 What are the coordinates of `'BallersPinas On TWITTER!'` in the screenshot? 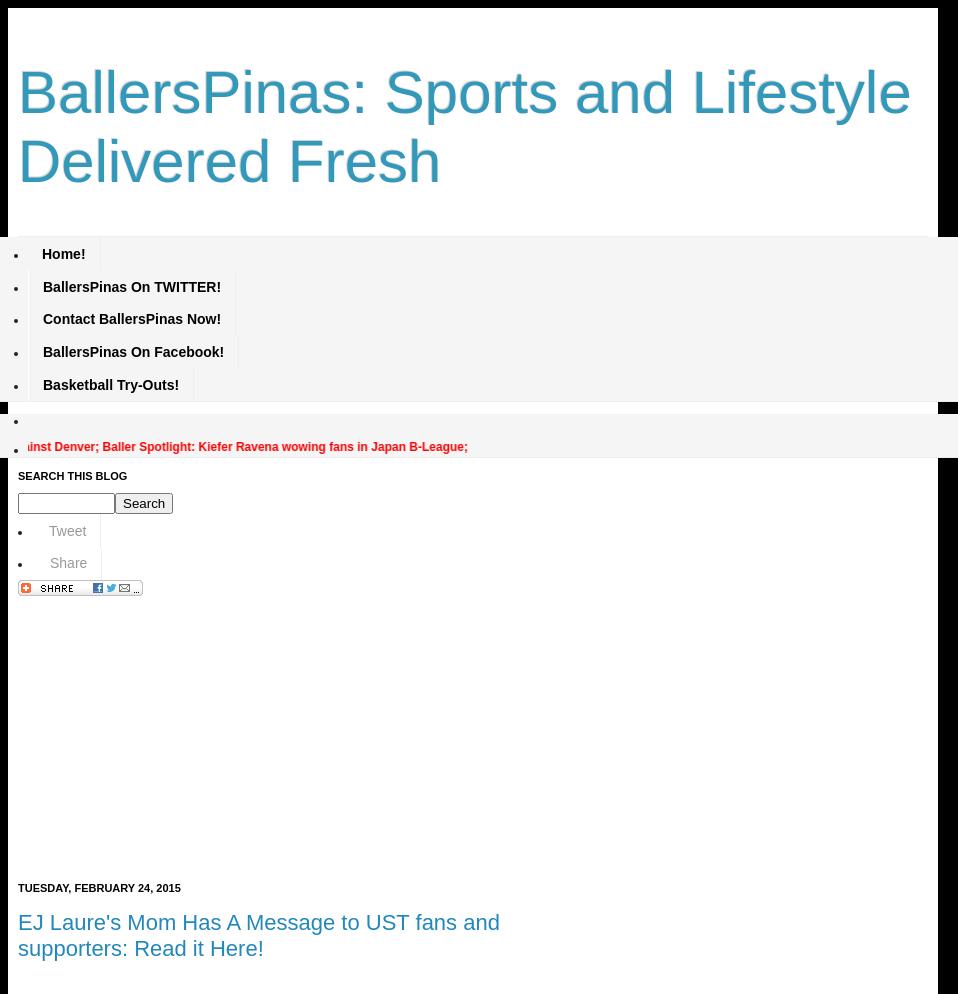 It's located at (132, 285).